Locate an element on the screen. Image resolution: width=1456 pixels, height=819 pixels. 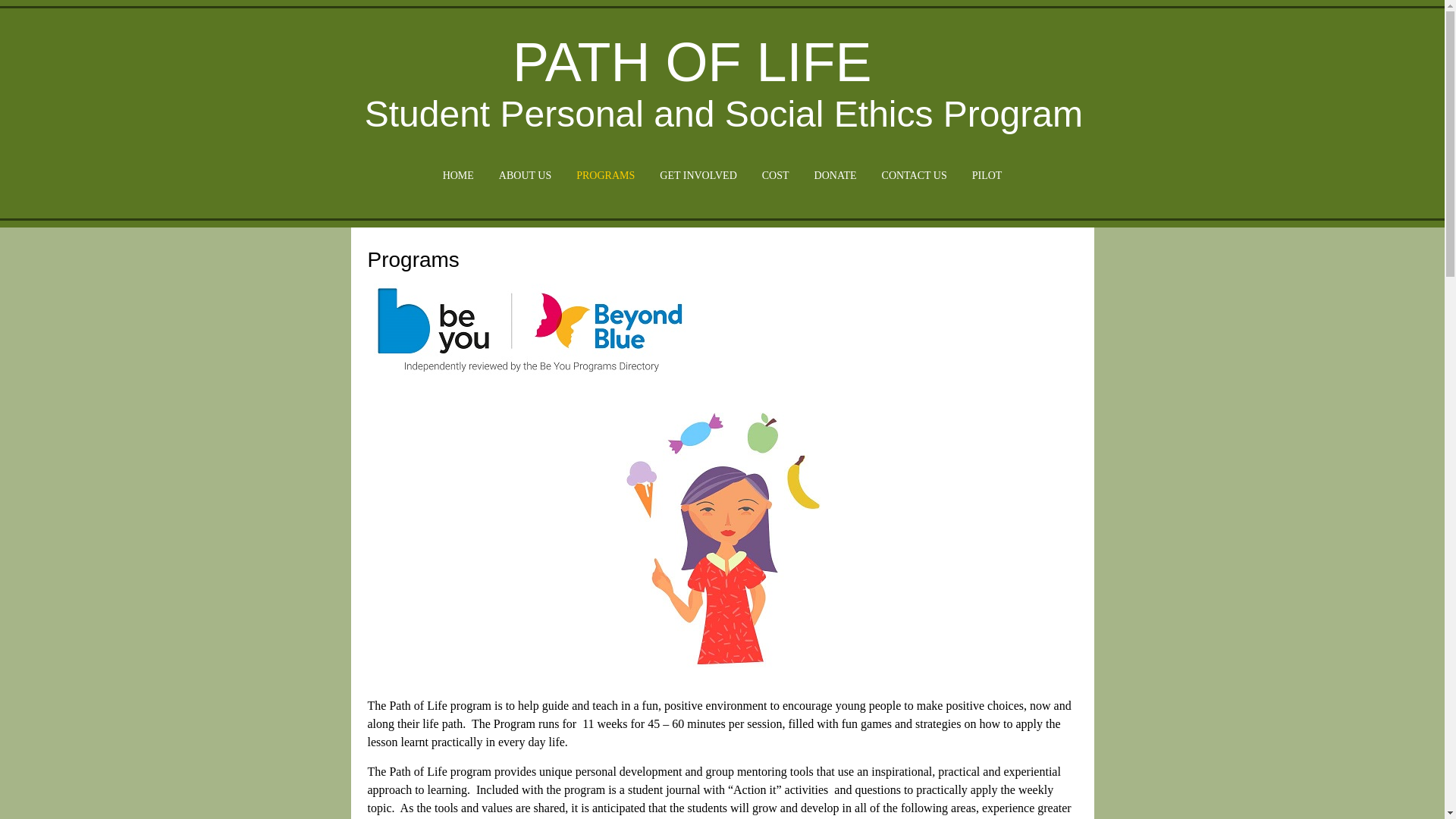
'CONTACT US' is located at coordinates (913, 174).